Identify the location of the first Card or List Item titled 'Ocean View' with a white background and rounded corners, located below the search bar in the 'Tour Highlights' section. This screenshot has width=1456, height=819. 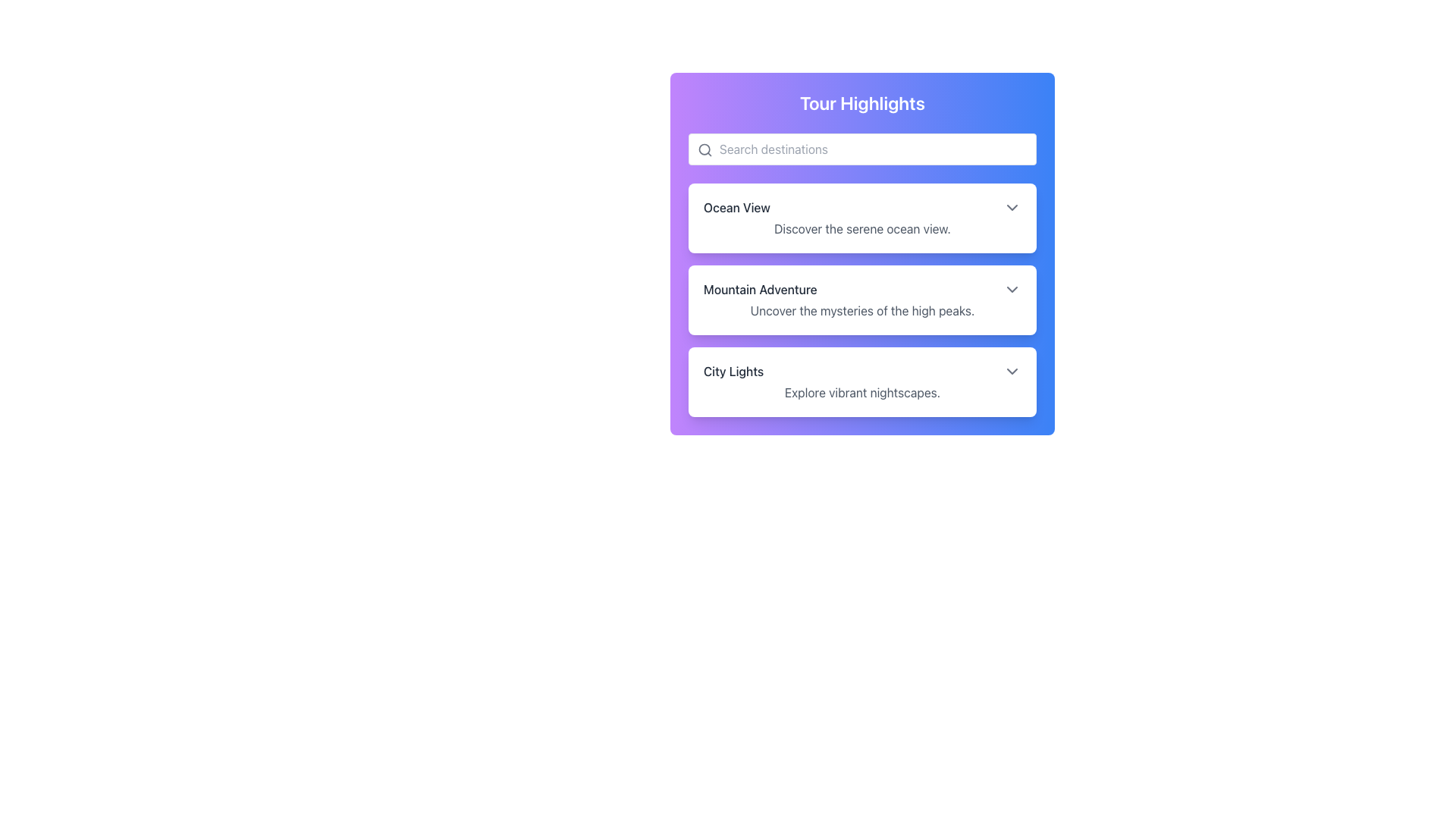
(862, 218).